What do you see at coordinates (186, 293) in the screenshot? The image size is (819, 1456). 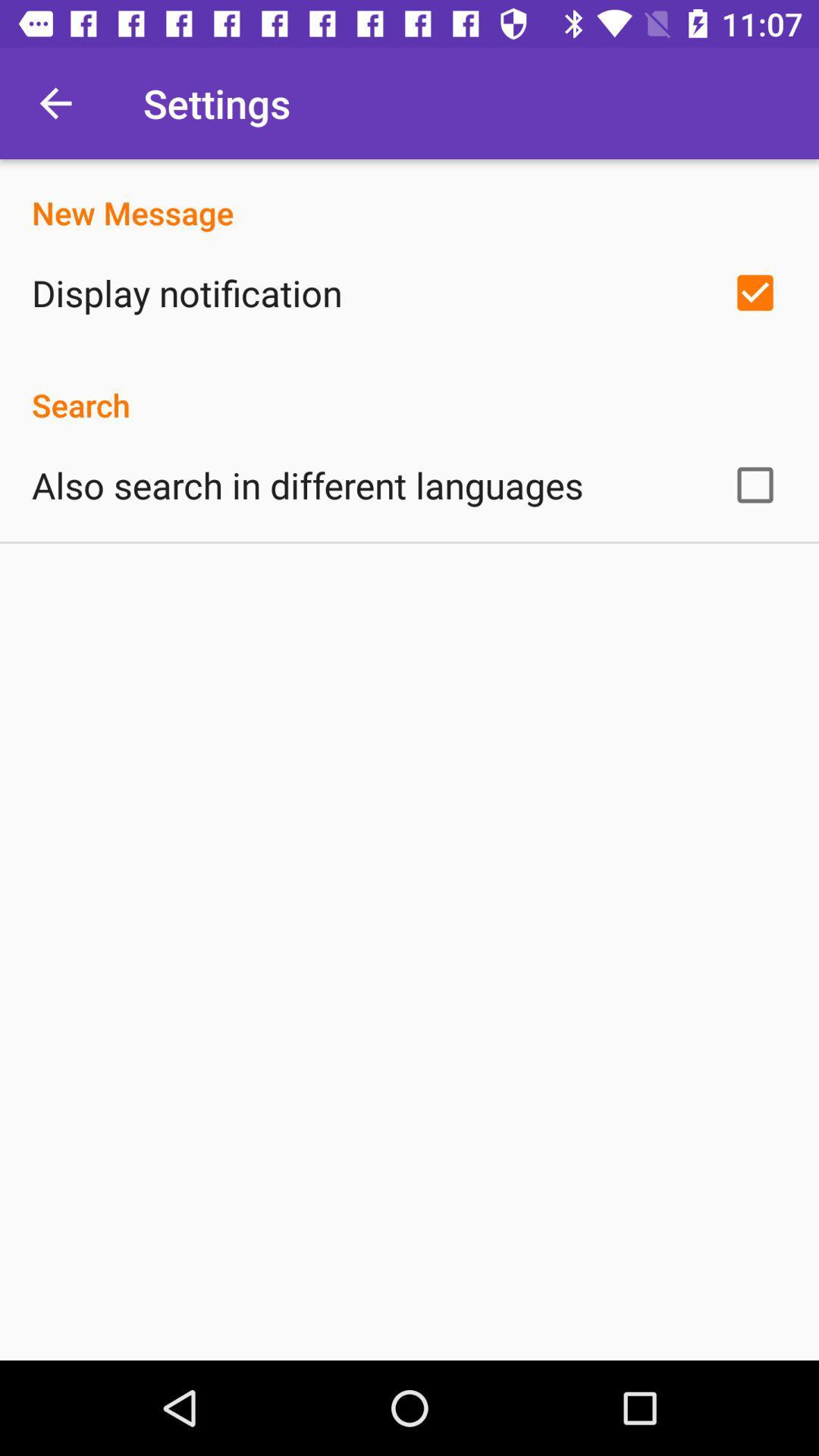 I see `item below new message` at bounding box center [186, 293].